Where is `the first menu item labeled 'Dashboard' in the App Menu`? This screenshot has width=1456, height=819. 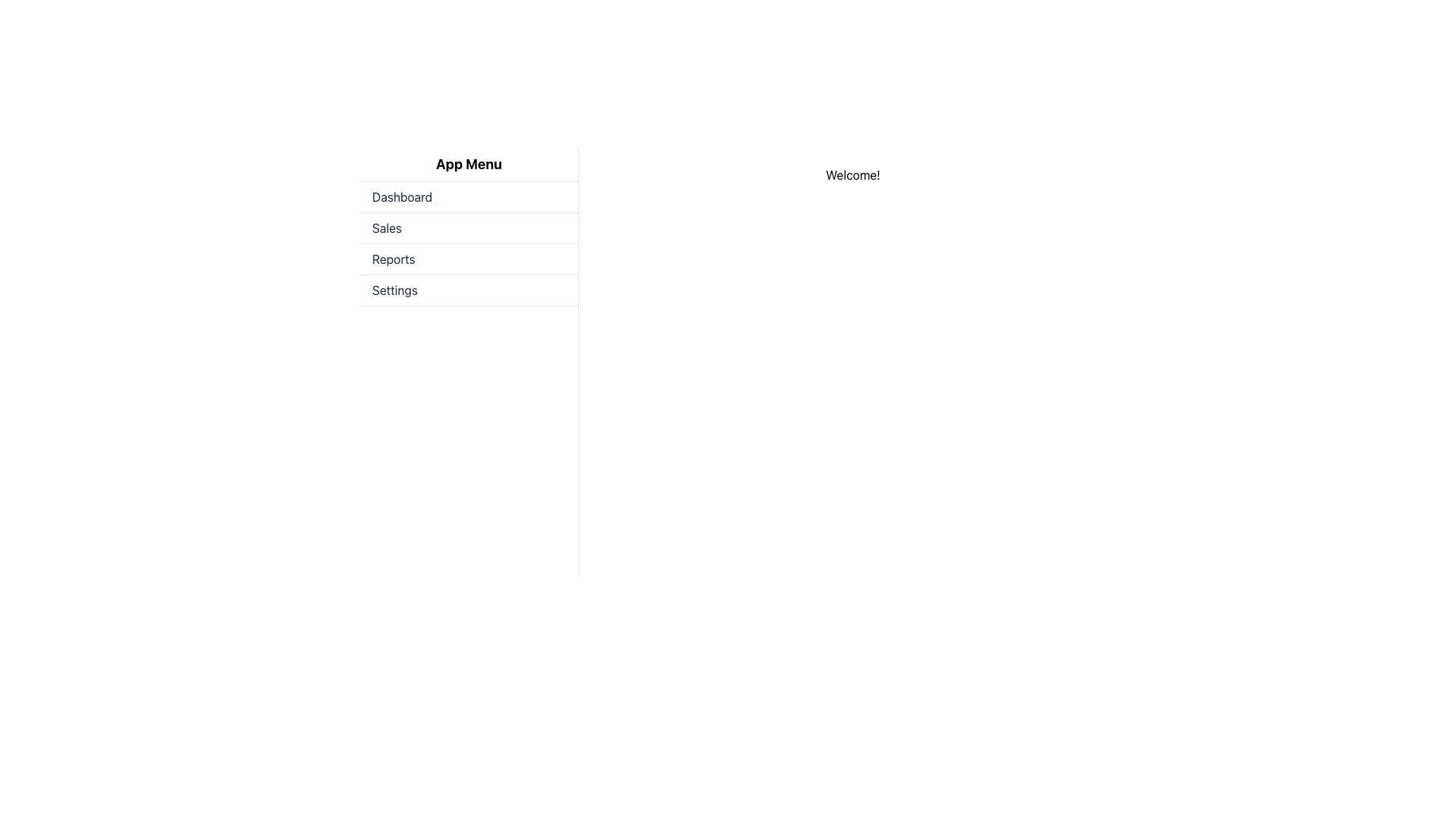 the first menu item labeled 'Dashboard' in the App Menu is located at coordinates (468, 196).